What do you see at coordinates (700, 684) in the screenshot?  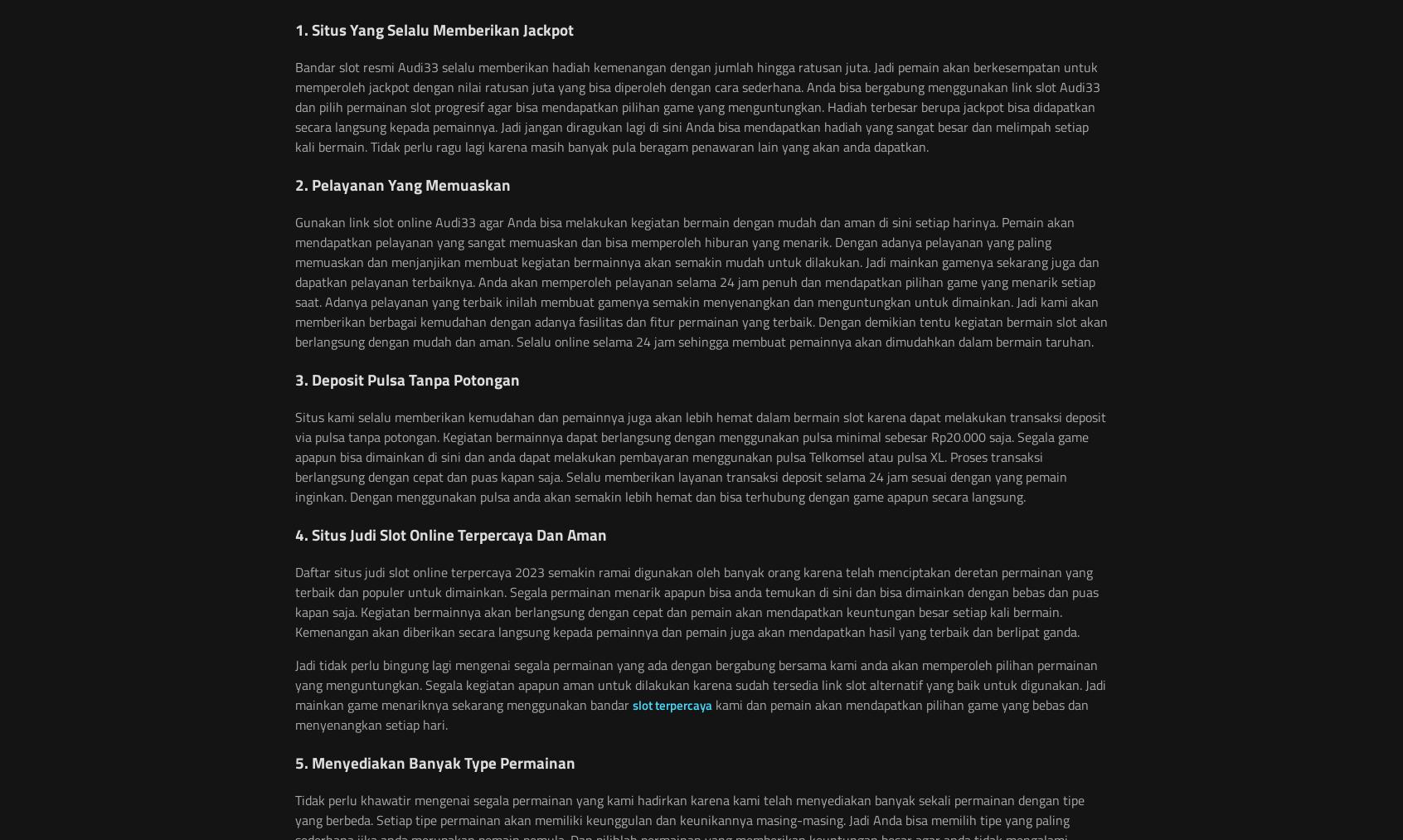 I see `'Jadi tidak perlu bingung lagi mengenai segala permainan yang ada dengan bergabung bersama kami anda akan memperoleh pilihan permainan yang menguntungkan. Segala kegiatan apapun aman untuk dilakukan karena sudah tersedia link slot alternatif yang baik untuk digunakan. Jadi mainkan game menariknya sekarang menggunakan bandar'` at bounding box center [700, 684].